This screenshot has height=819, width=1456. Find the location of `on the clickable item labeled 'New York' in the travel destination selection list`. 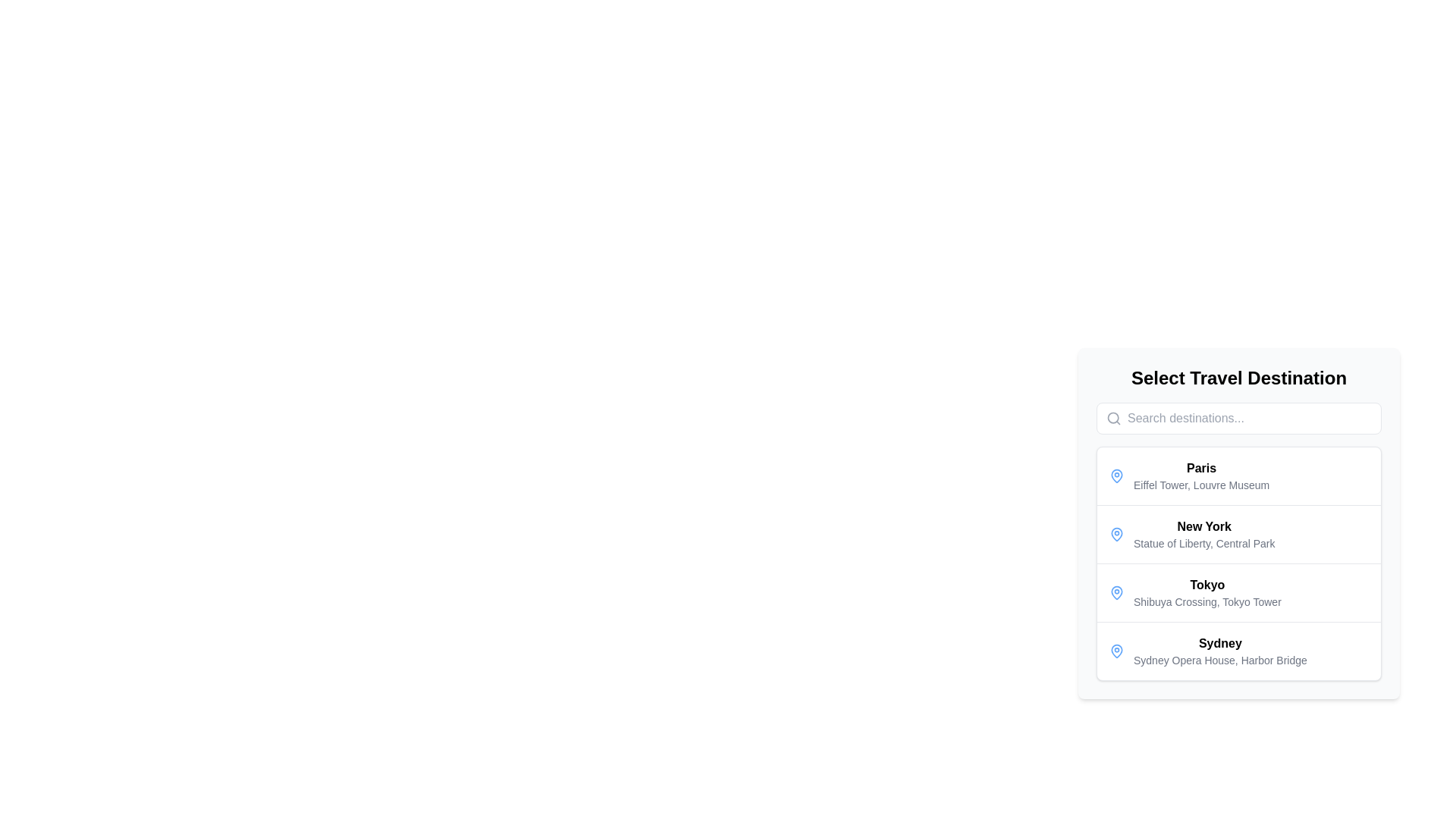

on the clickable item labeled 'New York' in the travel destination selection list is located at coordinates (1203, 534).